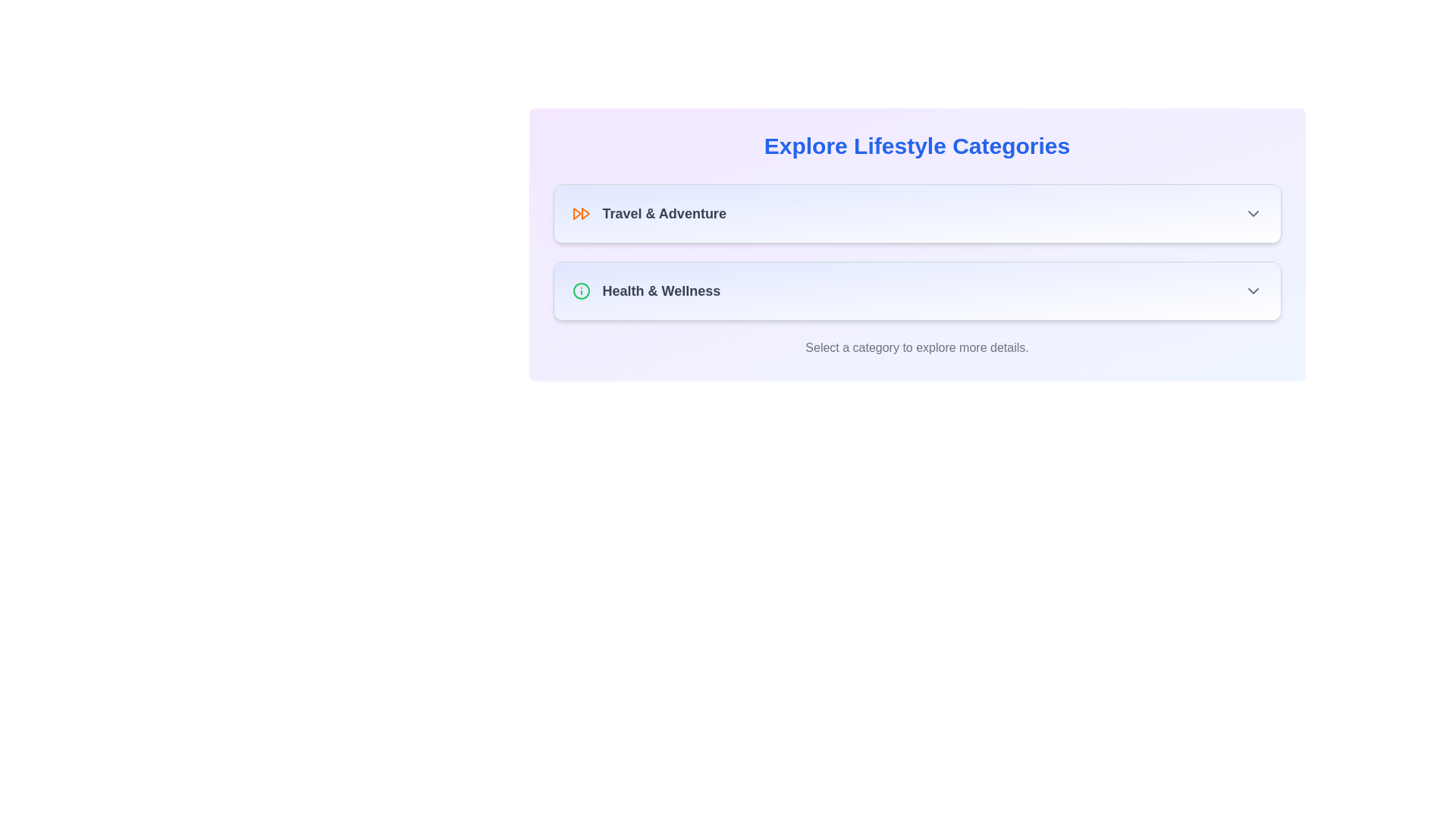 This screenshot has height=819, width=1456. Describe the element at coordinates (916, 291) in the screenshot. I see `the 'Health & Wellness' menu item button for accessibility navigation` at that location.